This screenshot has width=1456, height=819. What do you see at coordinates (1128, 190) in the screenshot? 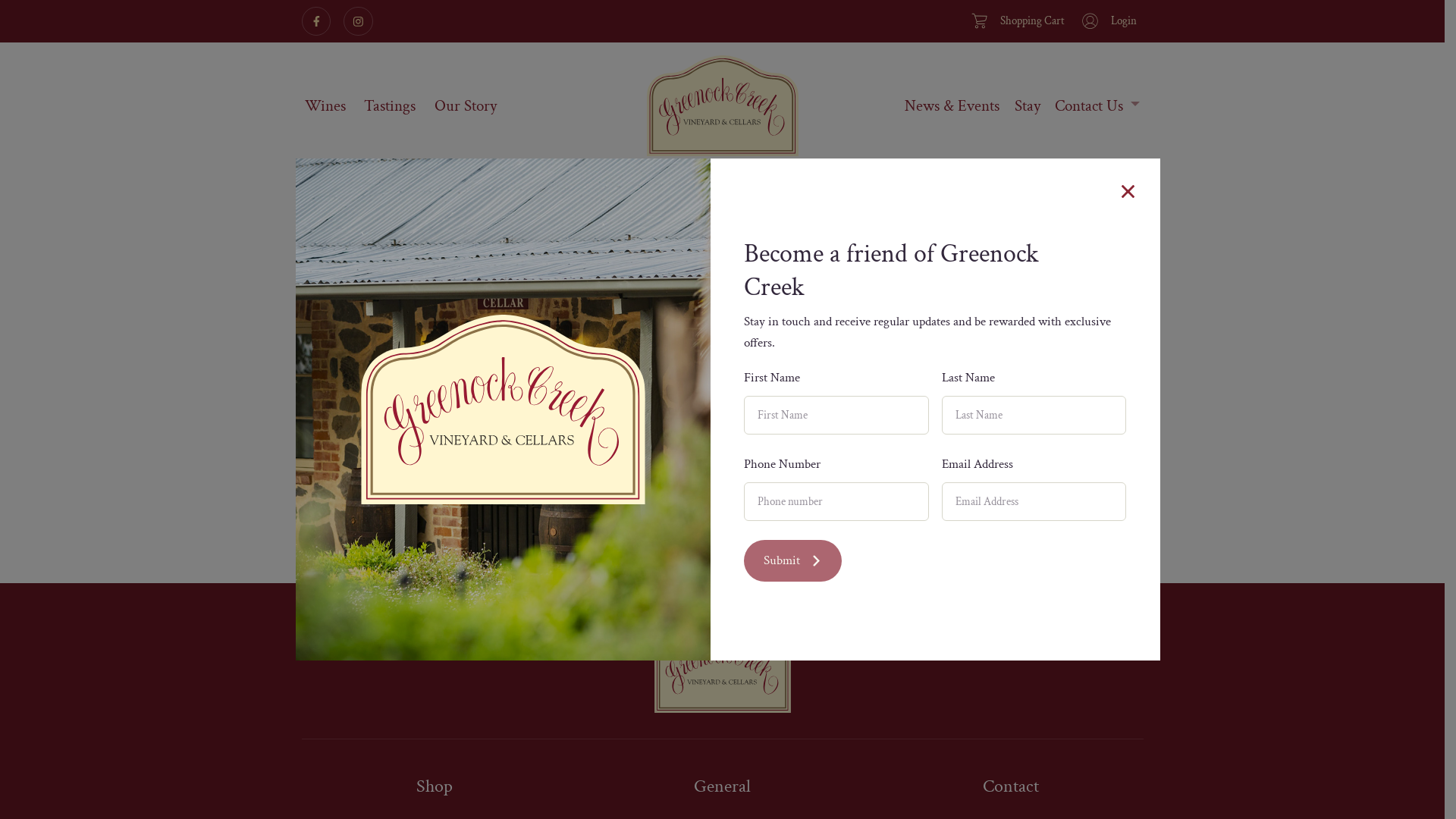
I see `'Close This Window'` at bounding box center [1128, 190].